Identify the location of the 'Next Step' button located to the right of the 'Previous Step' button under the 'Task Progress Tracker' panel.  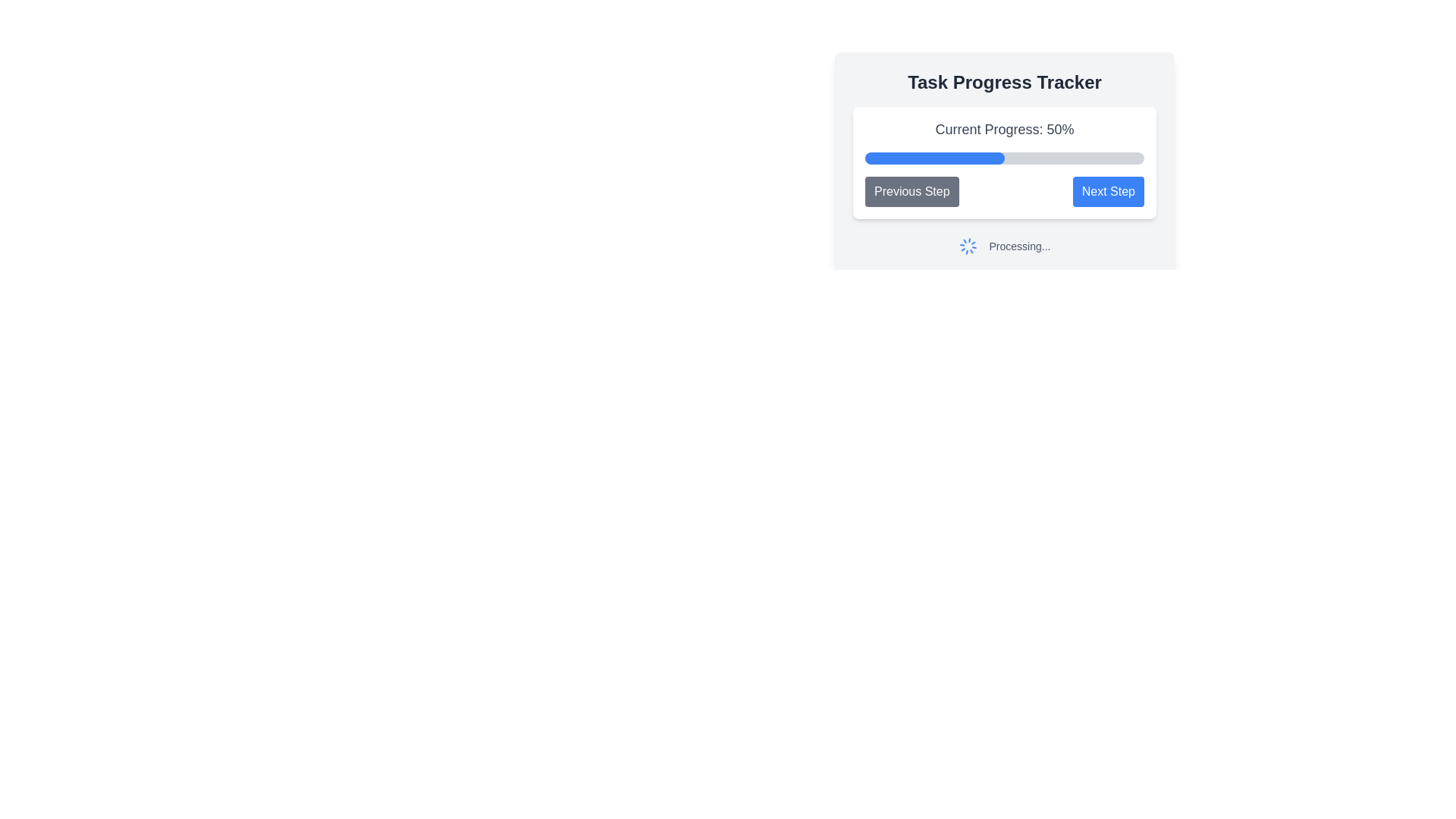
(1108, 191).